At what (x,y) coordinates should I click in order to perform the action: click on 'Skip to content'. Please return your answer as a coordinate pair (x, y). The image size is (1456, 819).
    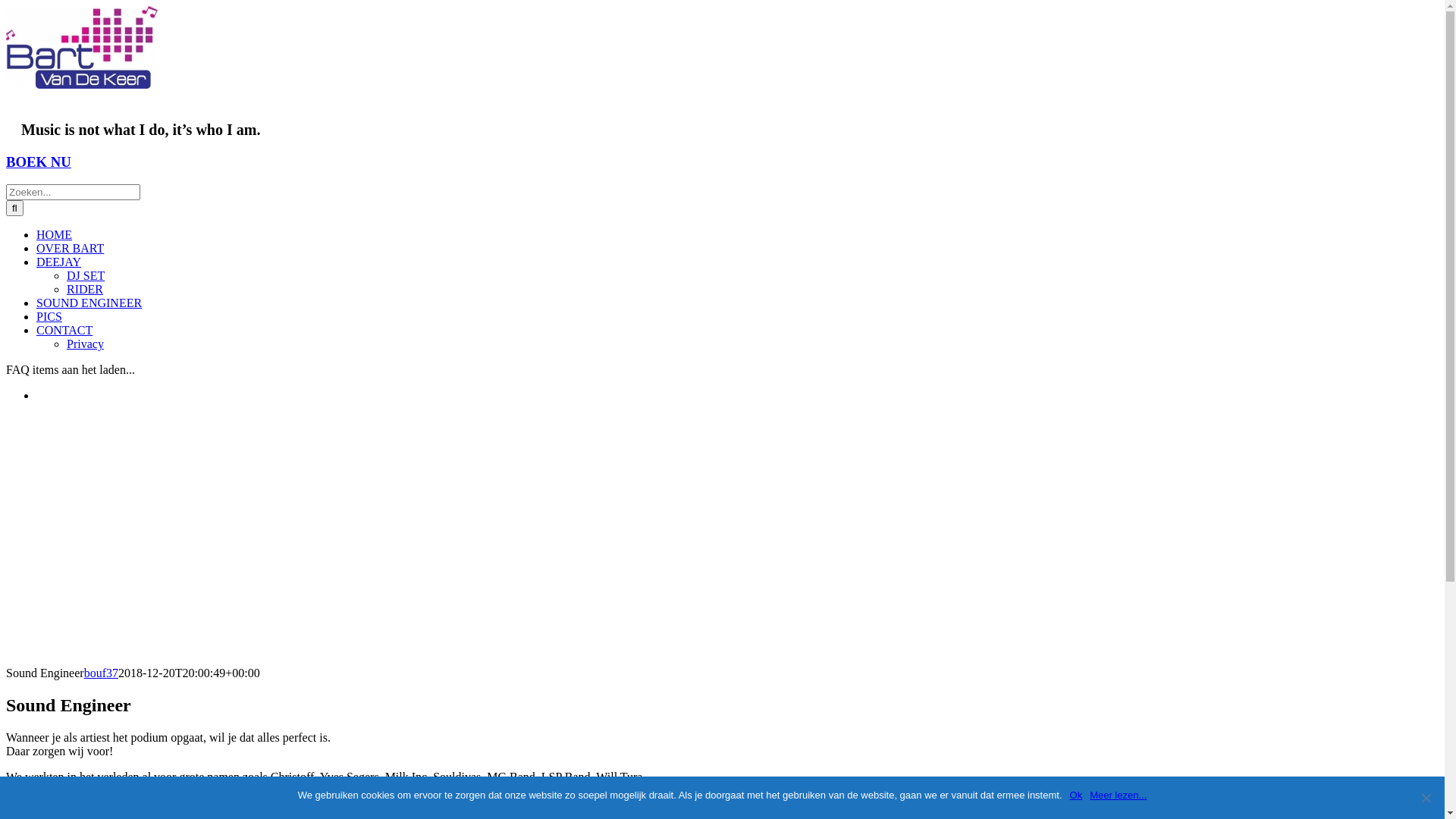
    Looking at the image, I should click on (5, 5).